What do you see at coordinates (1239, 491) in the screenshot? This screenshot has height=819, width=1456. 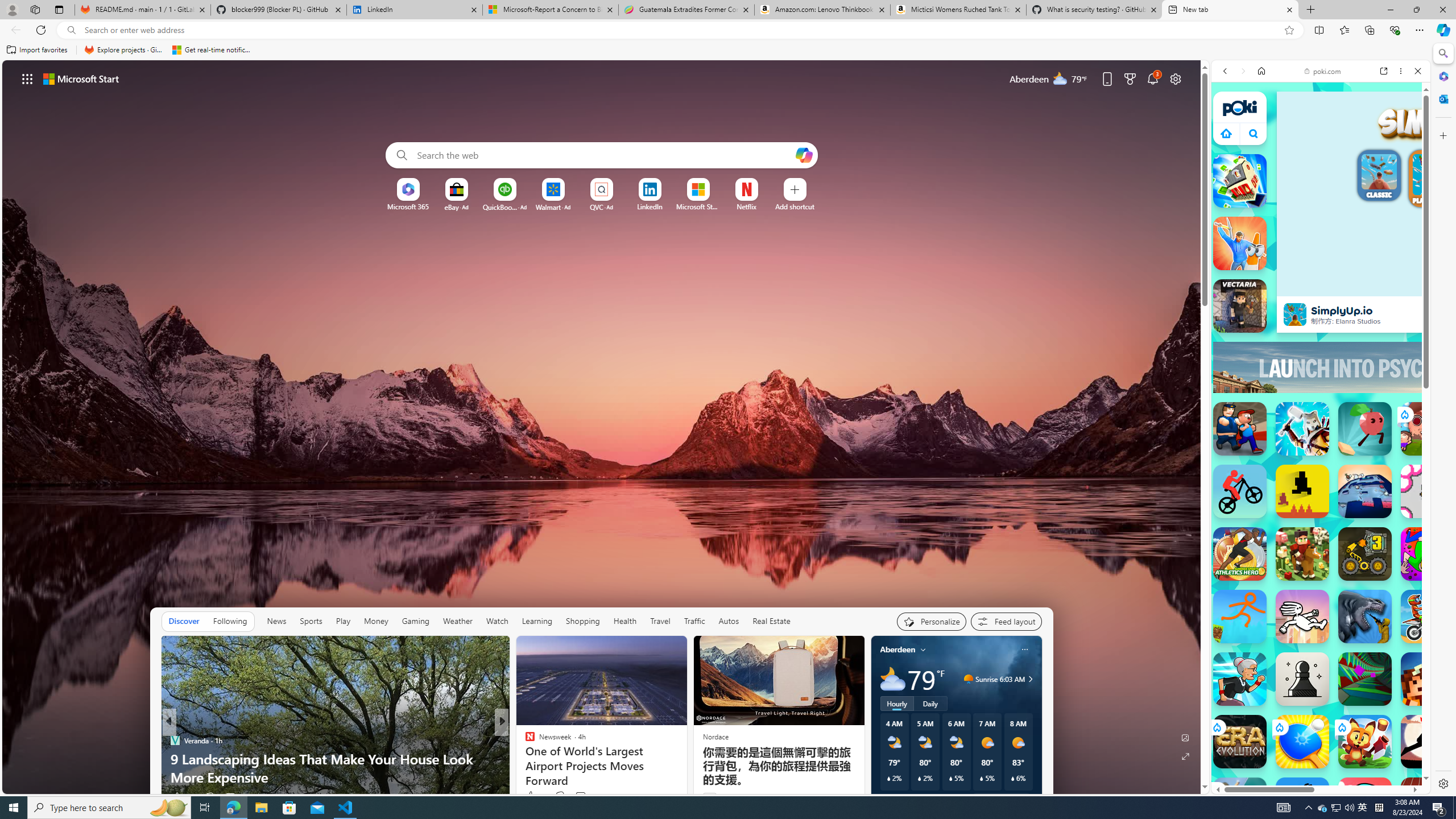 I see `'Stickman Bike Stickman Bike'` at bounding box center [1239, 491].